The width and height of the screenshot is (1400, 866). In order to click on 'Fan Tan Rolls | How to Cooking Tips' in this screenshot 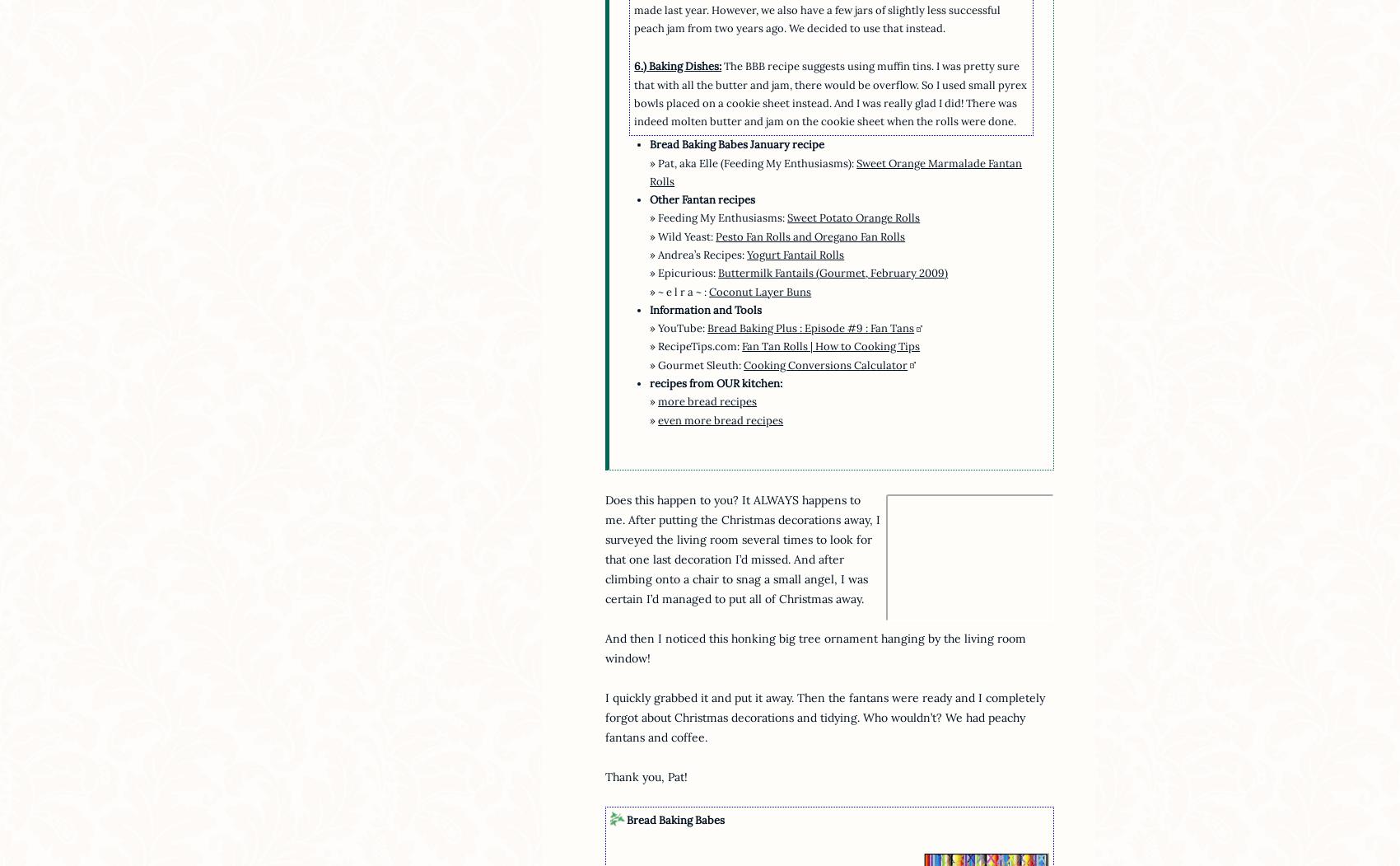, I will do `click(742, 346)`.